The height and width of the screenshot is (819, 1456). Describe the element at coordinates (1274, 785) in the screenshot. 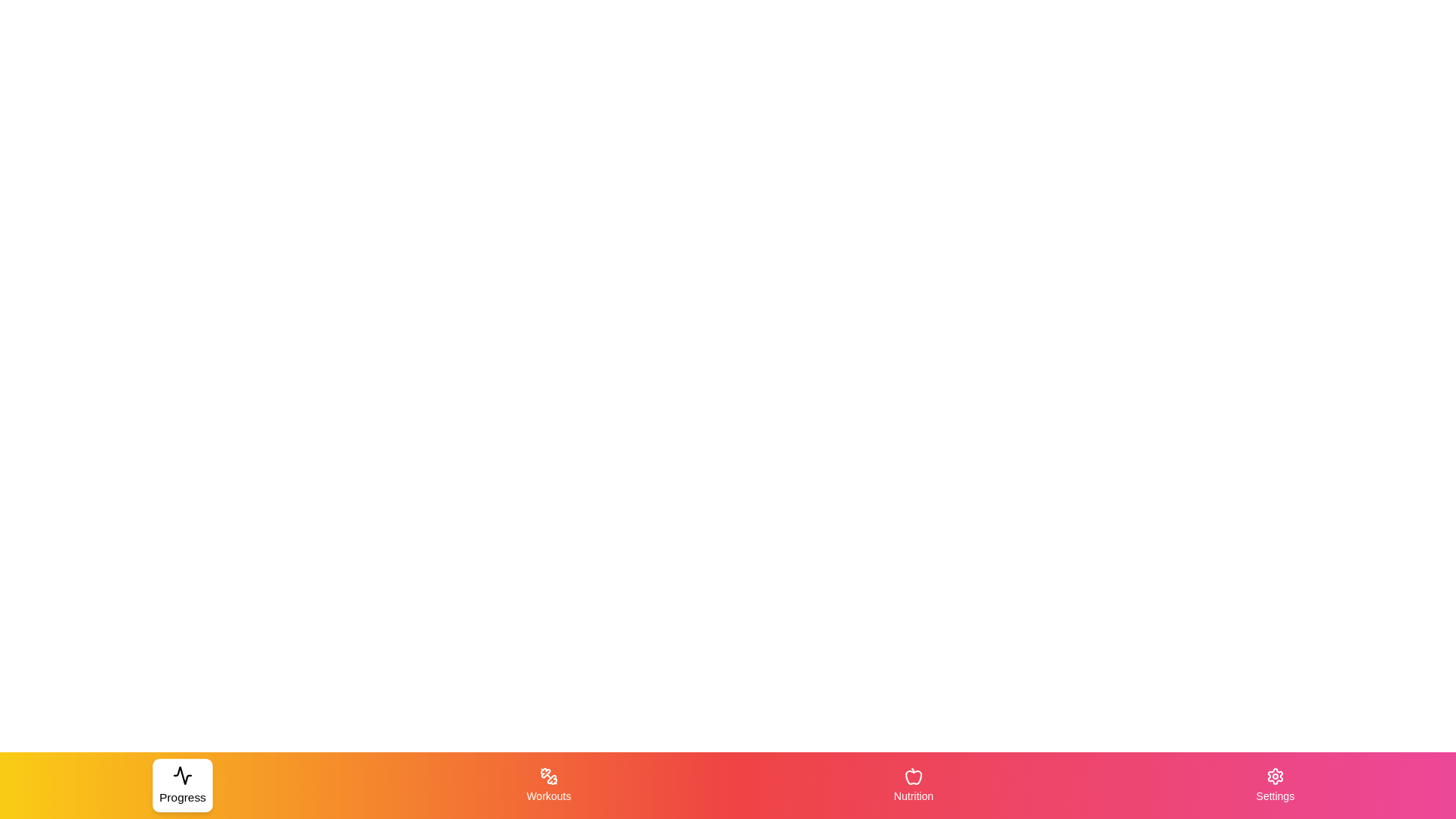

I see `the tab labeled Settings` at that location.